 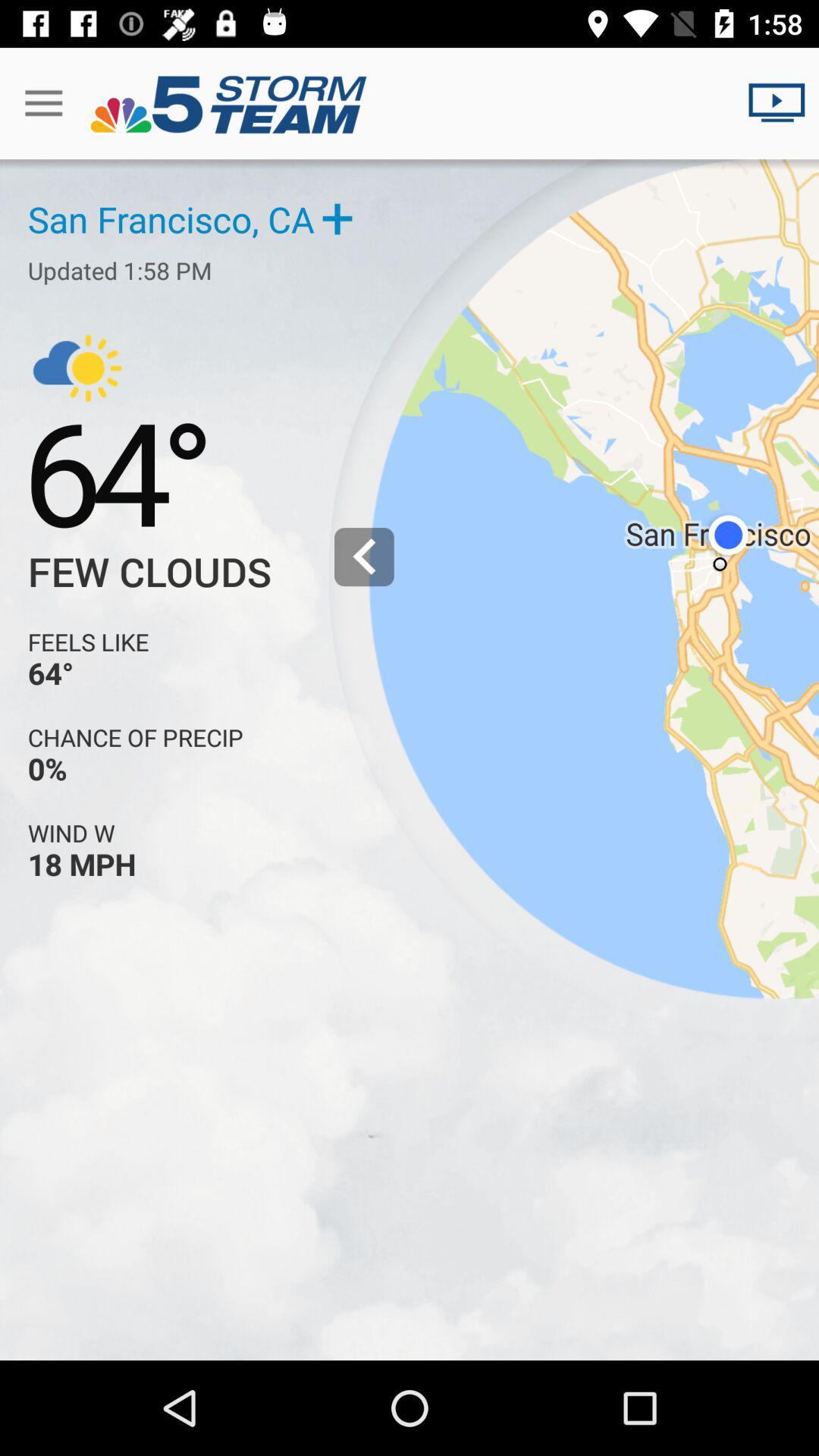 What do you see at coordinates (244, 190) in the screenshot?
I see `the blue text which is just below the title bar` at bounding box center [244, 190].